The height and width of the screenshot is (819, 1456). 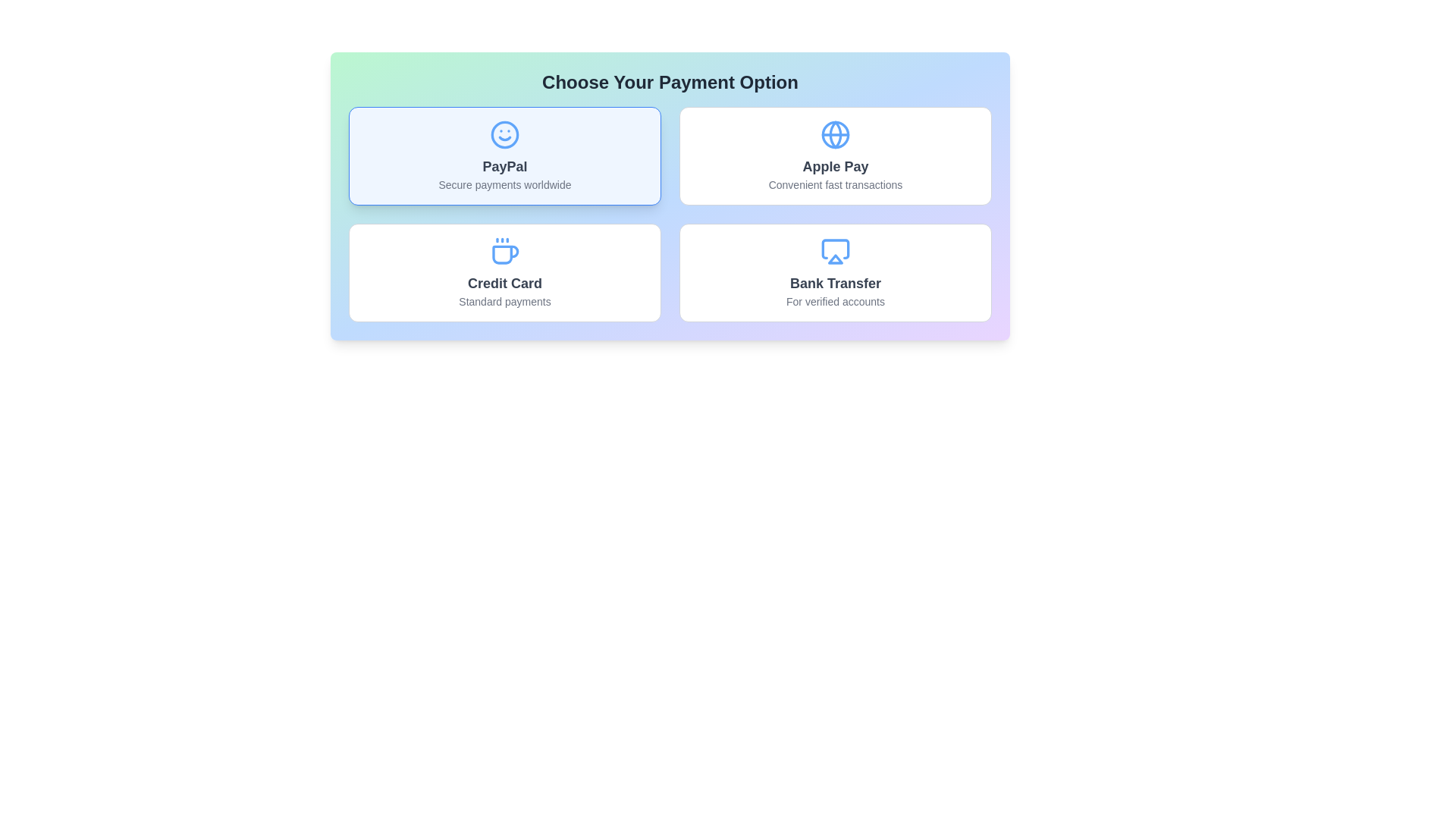 What do you see at coordinates (835, 184) in the screenshot?
I see `the static text label that provides details about the 'Apple Pay' payment method, located within the 'Apple Pay' payment option card` at bounding box center [835, 184].